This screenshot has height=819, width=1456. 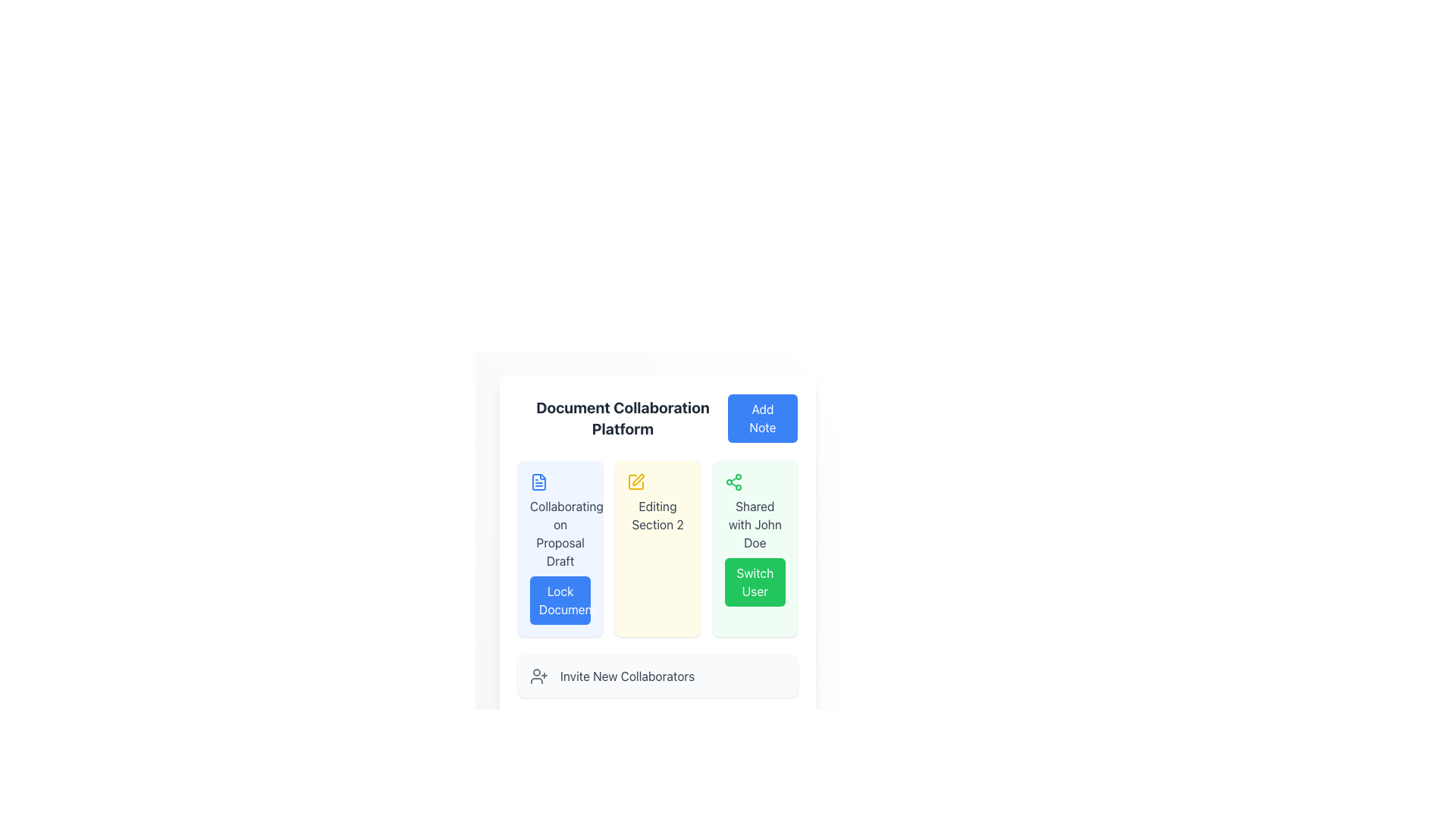 What do you see at coordinates (560, 533) in the screenshot?
I see `the text field displaying 'Collaborating on Proposal Draft', which is styled with gray color and located within a blue card, positioned above the 'Lock Document' button` at bounding box center [560, 533].